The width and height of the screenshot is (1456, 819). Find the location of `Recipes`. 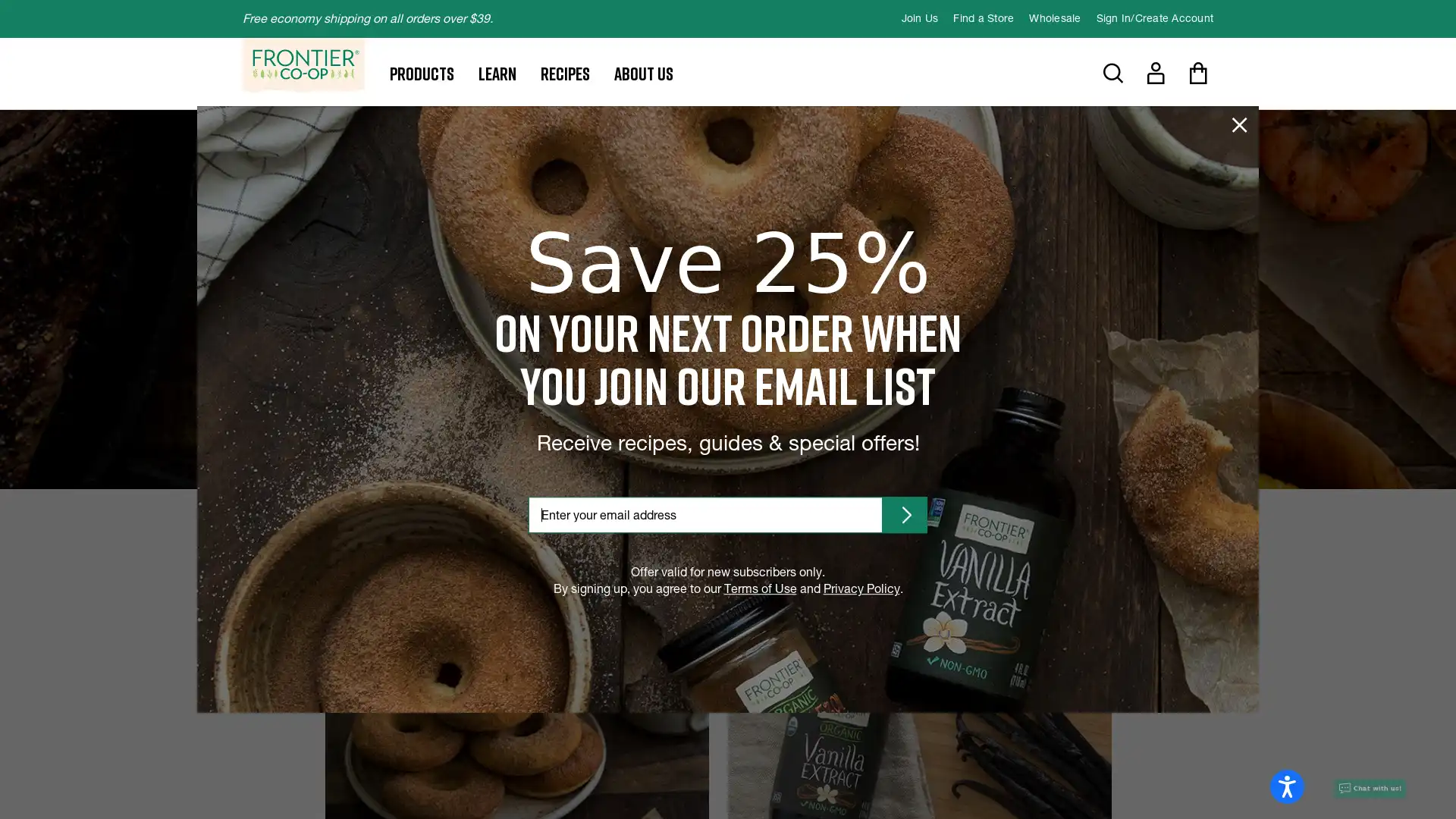

Recipes is located at coordinates (564, 73).